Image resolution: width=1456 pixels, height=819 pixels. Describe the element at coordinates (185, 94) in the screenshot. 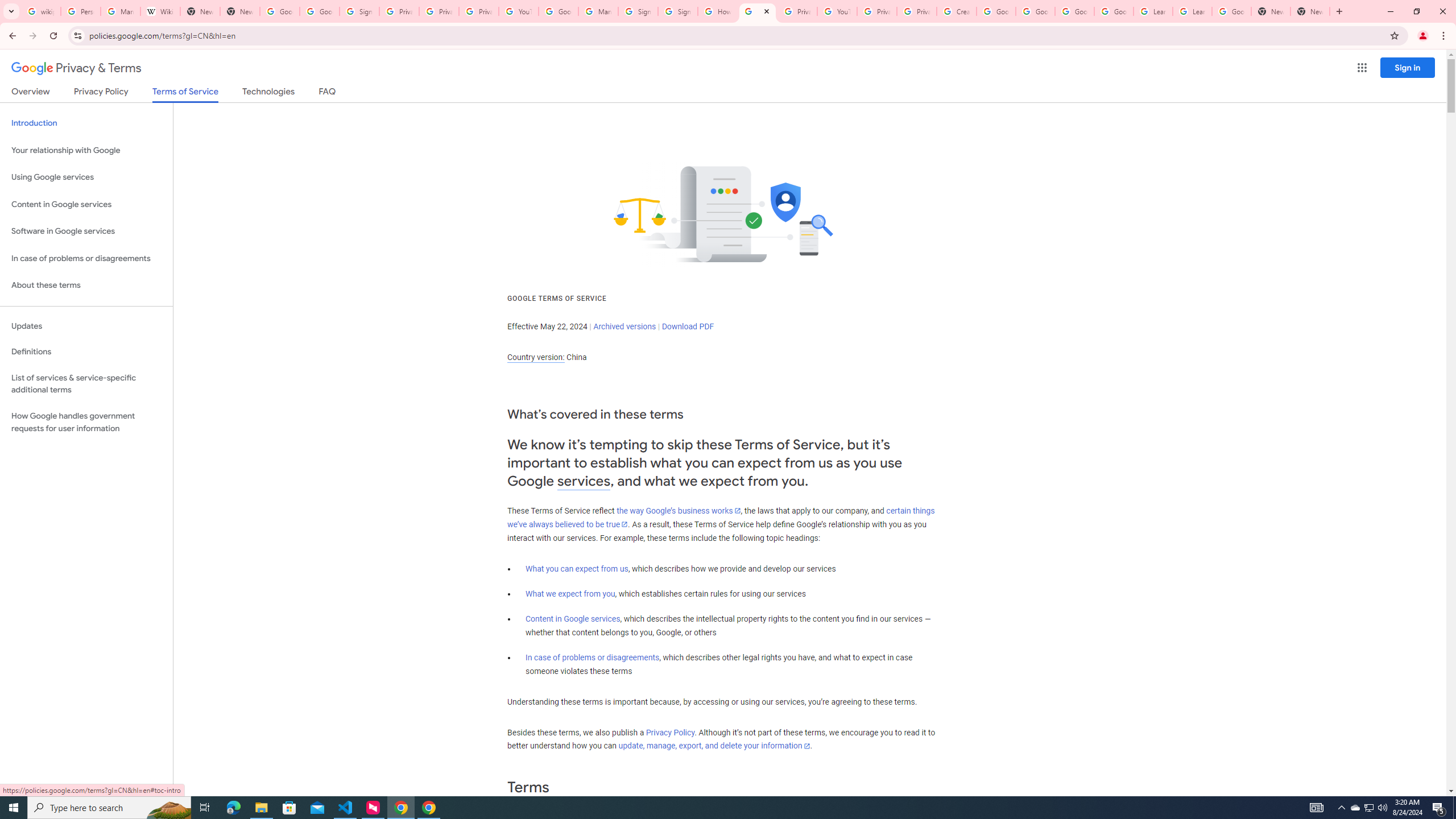

I see `'Terms of Service'` at that location.